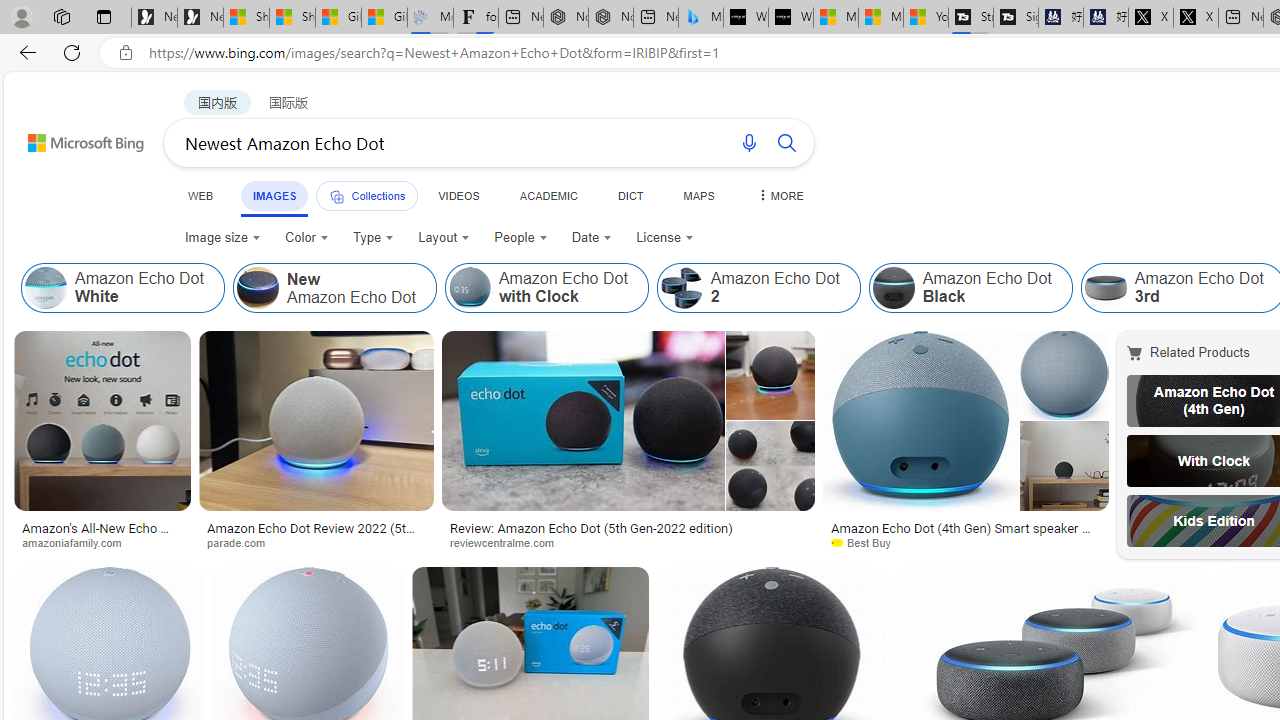 This screenshot has width=1280, height=720. I want to click on 'Newsletter Sign Up', so click(200, 17).